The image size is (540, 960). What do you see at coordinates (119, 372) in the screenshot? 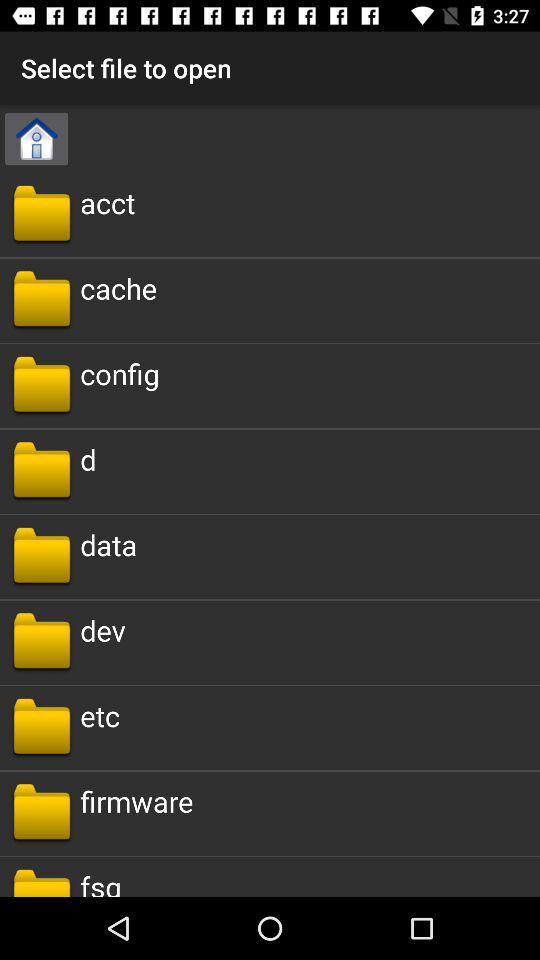
I see `item below cache item` at bounding box center [119, 372].